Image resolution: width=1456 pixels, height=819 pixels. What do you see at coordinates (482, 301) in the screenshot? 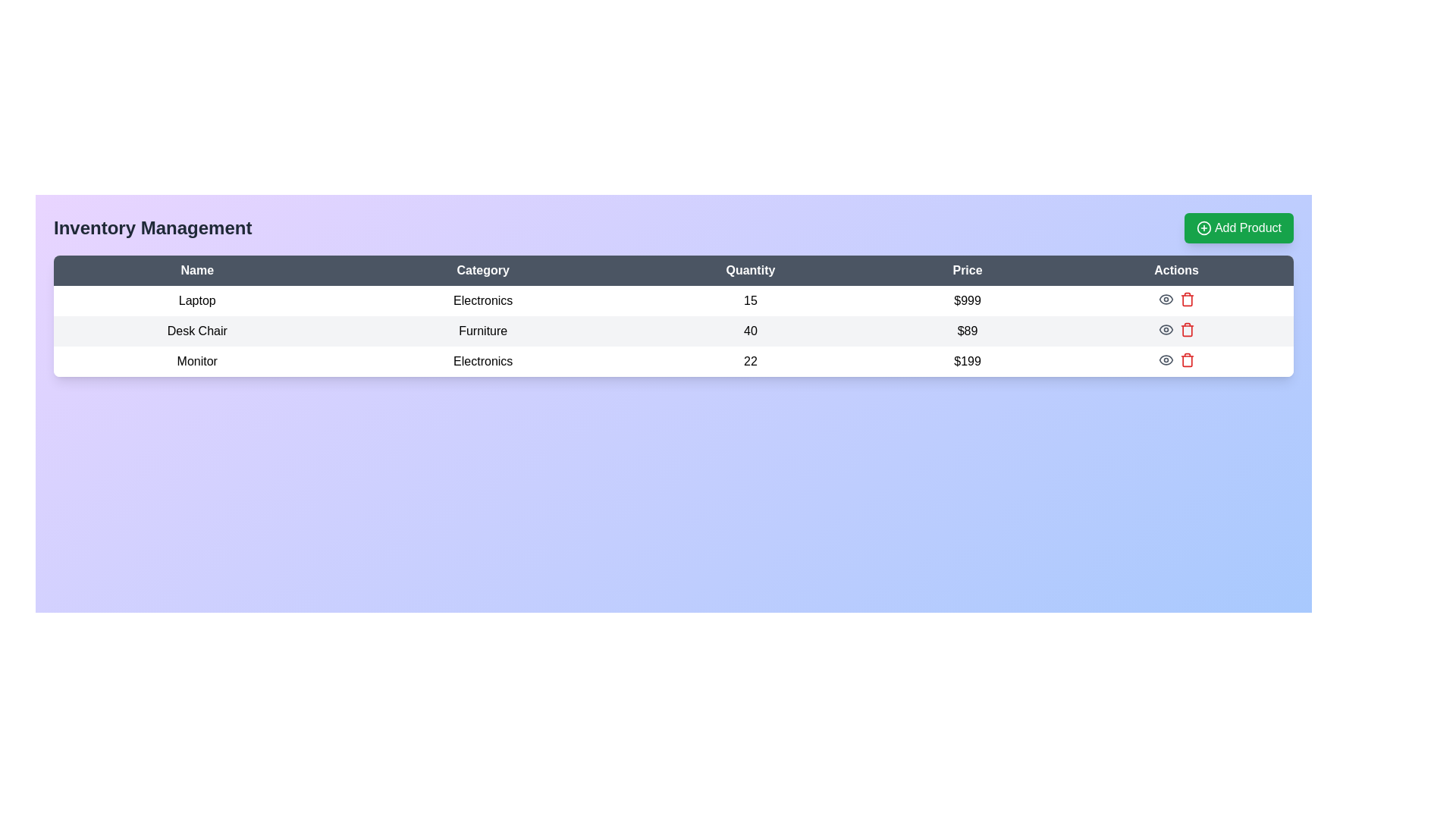
I see `the 'Electronics' text label, which is displayed in bold and centrally aligned within its cell, located in the second cell under the 'Category' column of the 'Laptop' row` at bounding box center [482, 301].